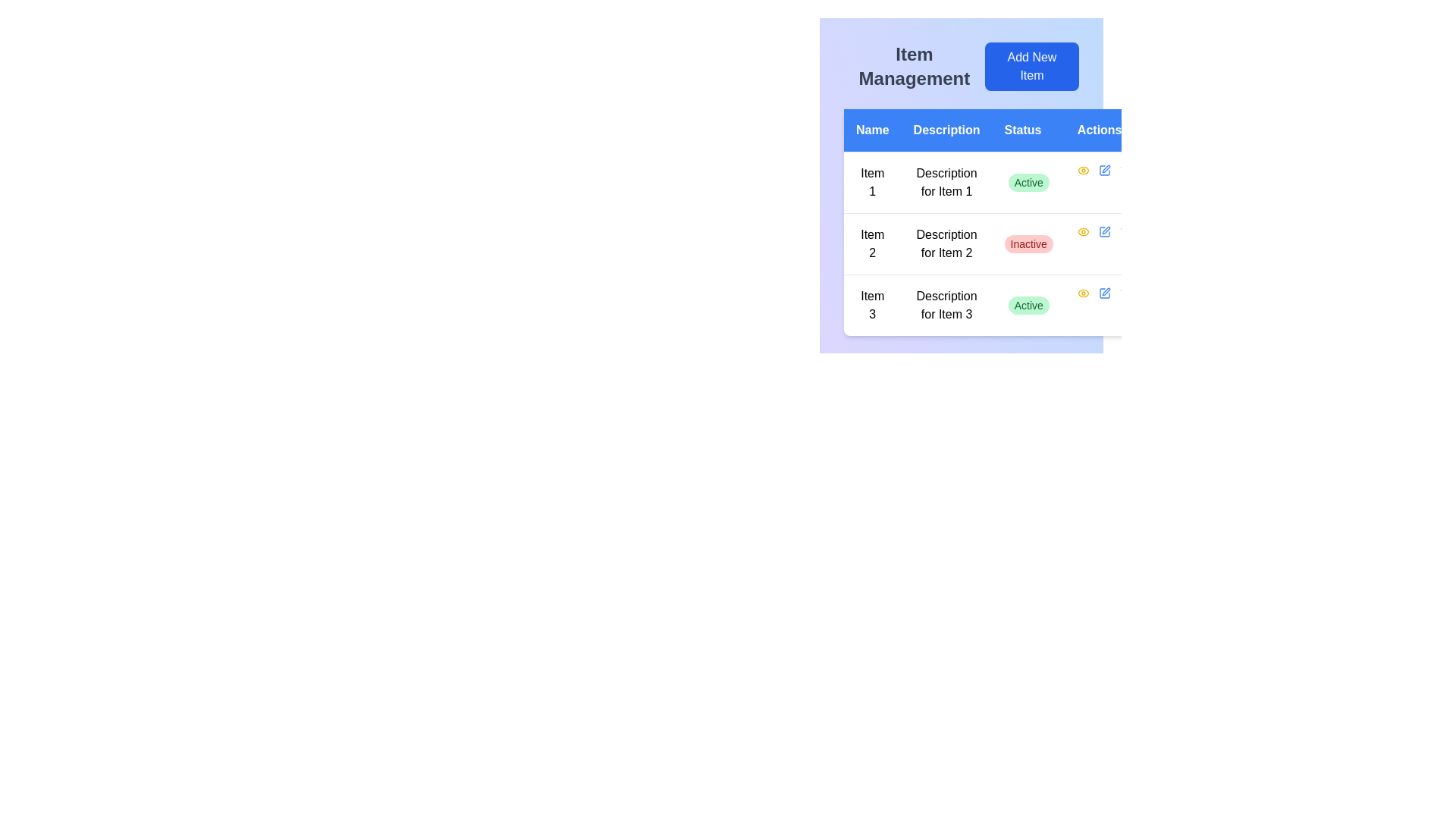 Image resolution: width=1456 pixels, height=819 pixels. Describe the element at coordinates (1104, 130) in the screenshot. I see `the 'Actions' header text label located in the fourth column of the table header, positioned in the top-right section of the interface` at that location.